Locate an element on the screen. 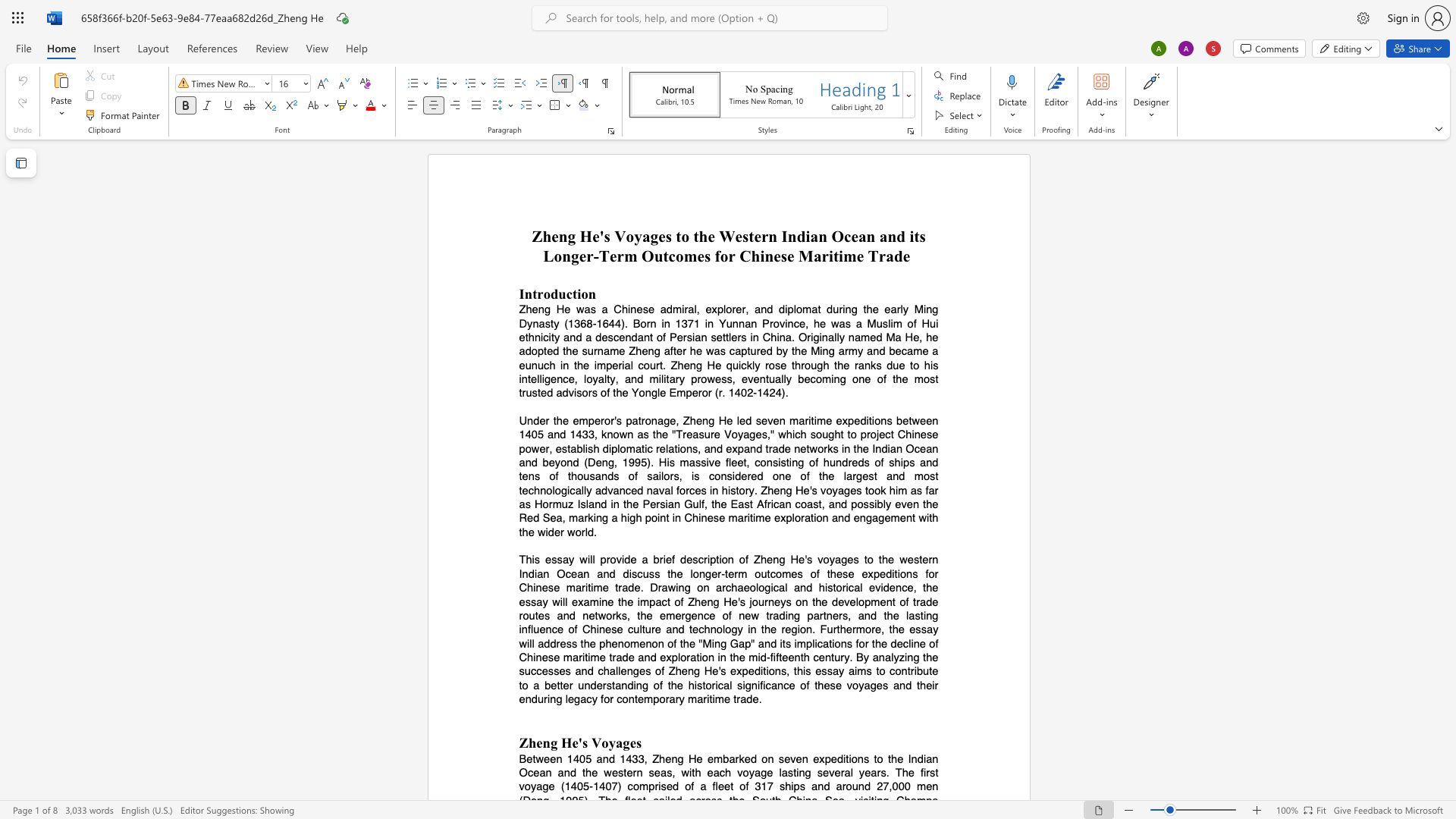 The image size is (1456, 819). the subset text "f the historical significance of these voyage" within the text "This essay will provide a brief description of Zheng He" is located at coordinates (659, 685).